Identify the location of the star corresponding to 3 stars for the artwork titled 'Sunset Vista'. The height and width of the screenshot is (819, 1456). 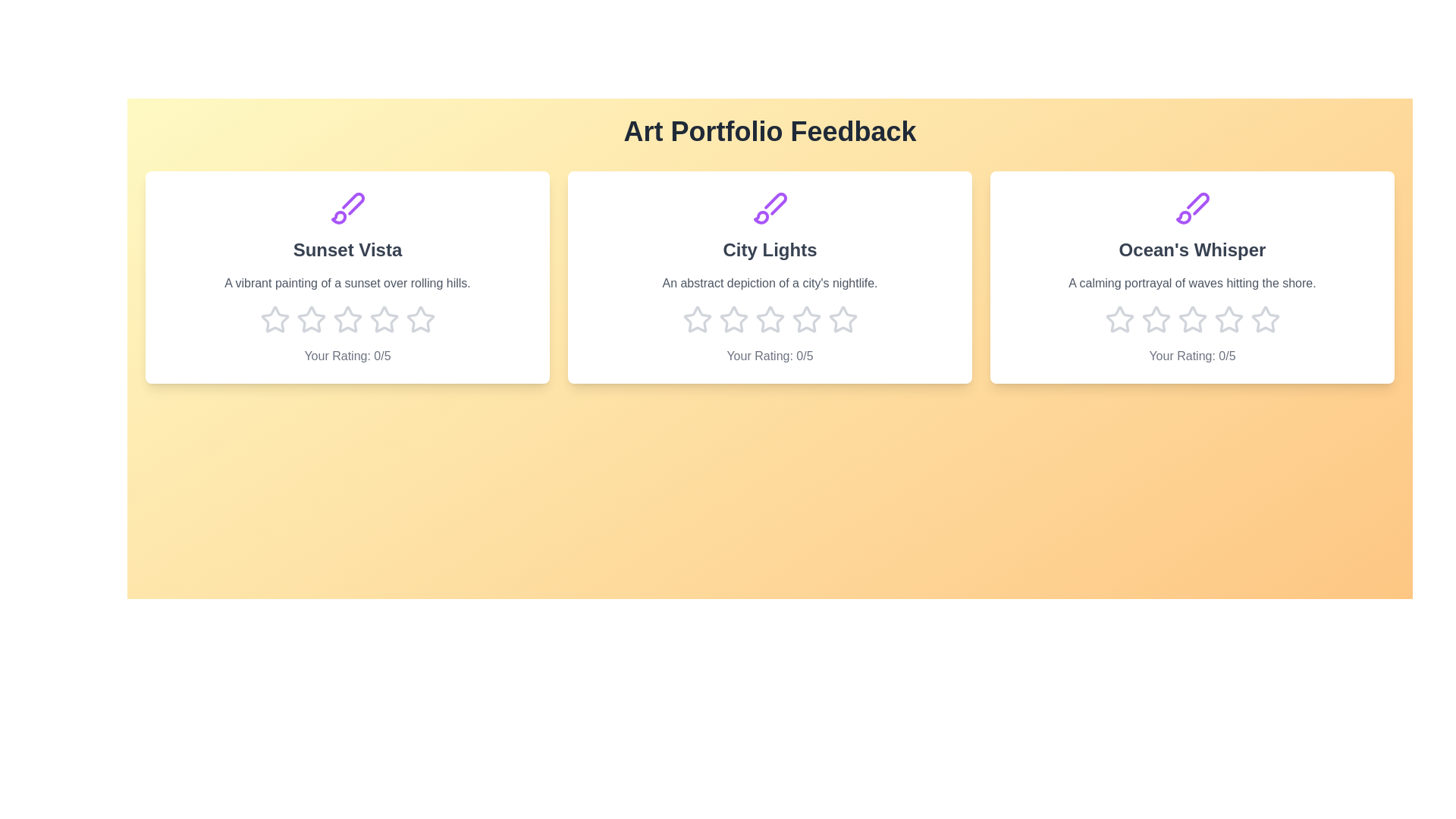
(347, 318).